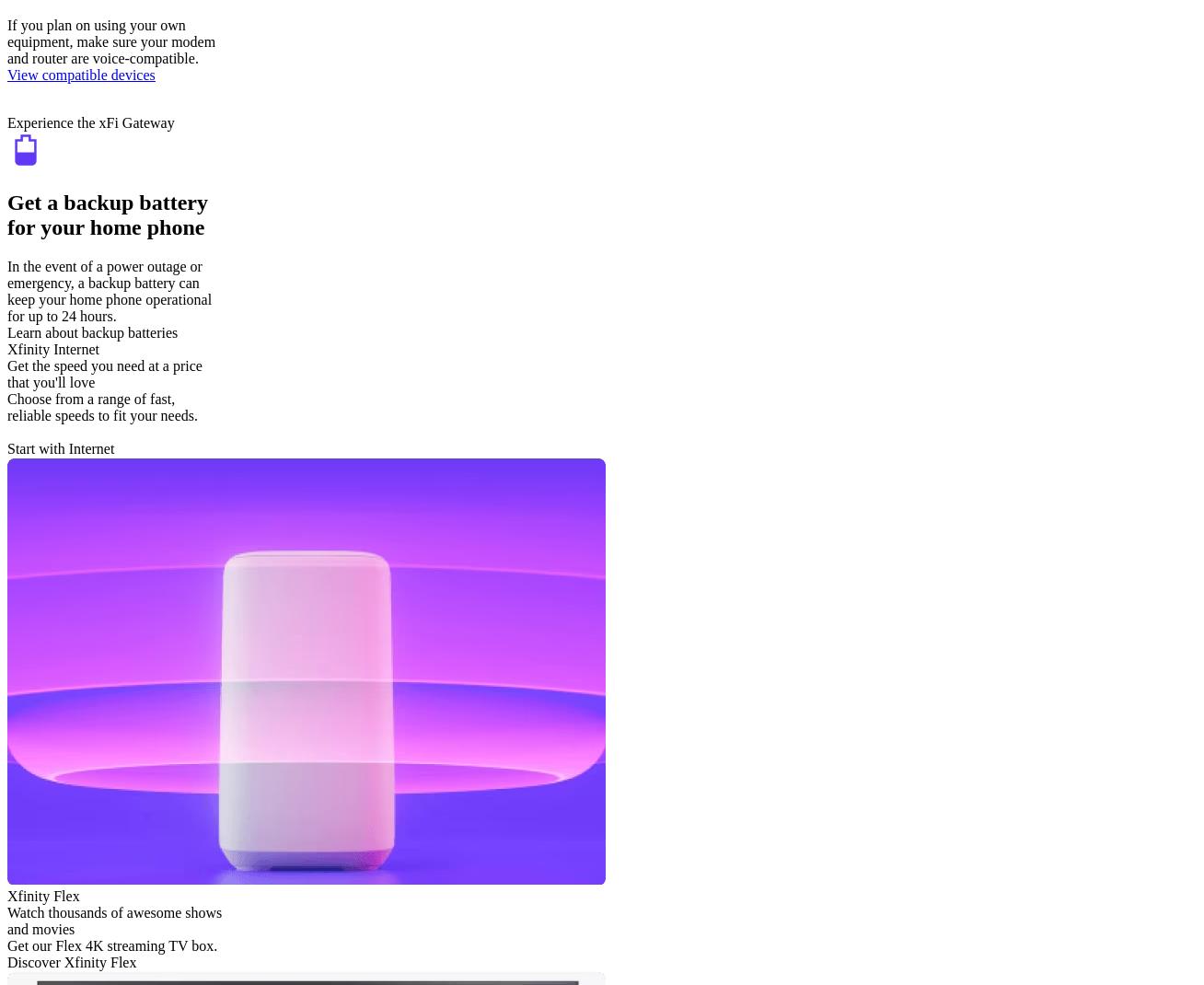 The height and width of the screenshot is (985, 1204). I want to click on 'Xfinity Flex', so click(42, 894).